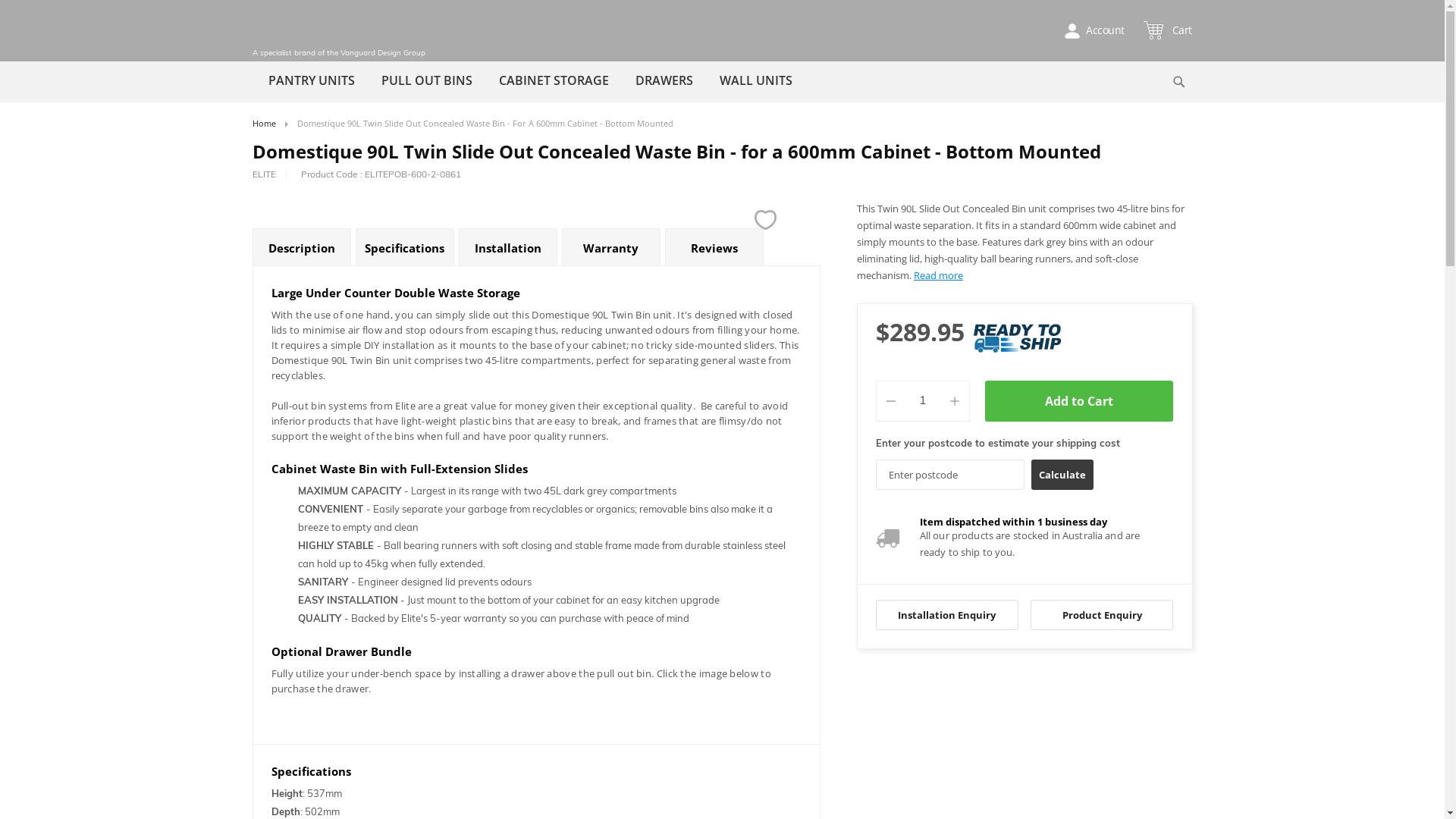 The height and width of the screenshot is (819, 1456). What do you see at coordinates (507, 246) in the screenshot?
I see `'Installation'` at bounding box center [507, 246].